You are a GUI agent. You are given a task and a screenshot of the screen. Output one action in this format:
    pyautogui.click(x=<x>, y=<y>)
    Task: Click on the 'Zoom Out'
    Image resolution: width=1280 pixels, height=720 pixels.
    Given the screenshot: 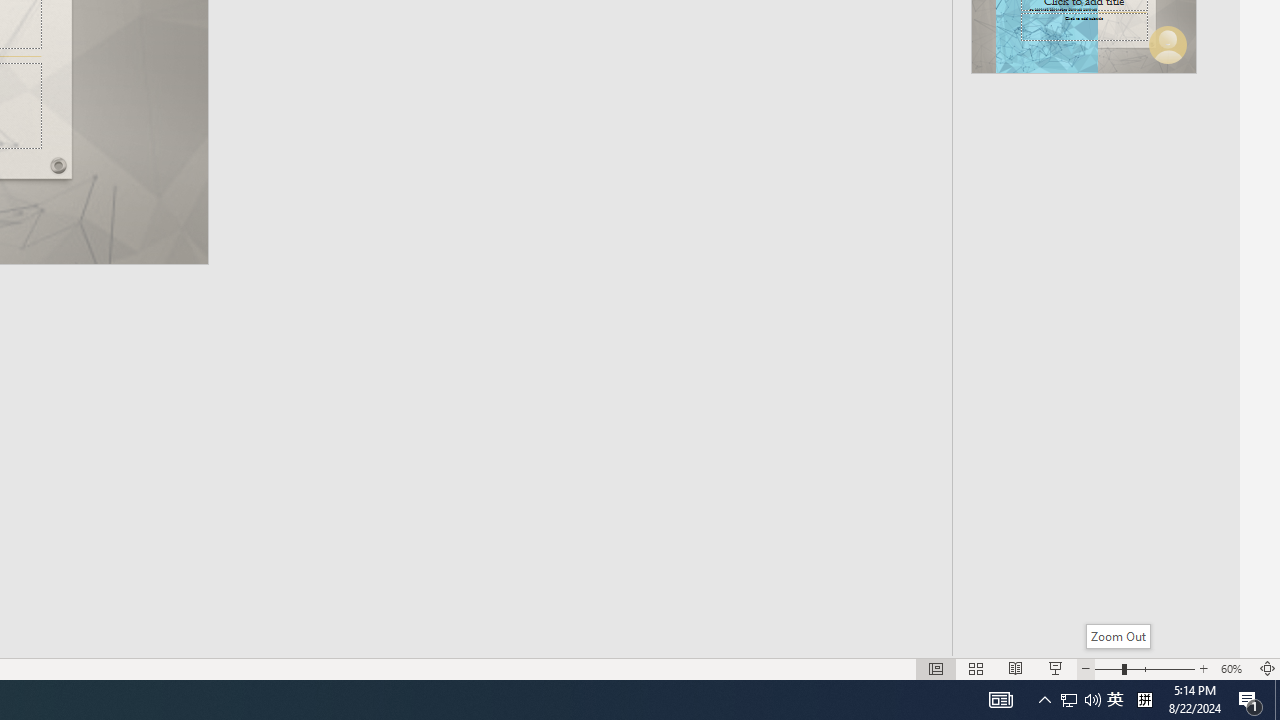 What is the action you would take?
    pyautogui.click(x=1107, y=669)
    